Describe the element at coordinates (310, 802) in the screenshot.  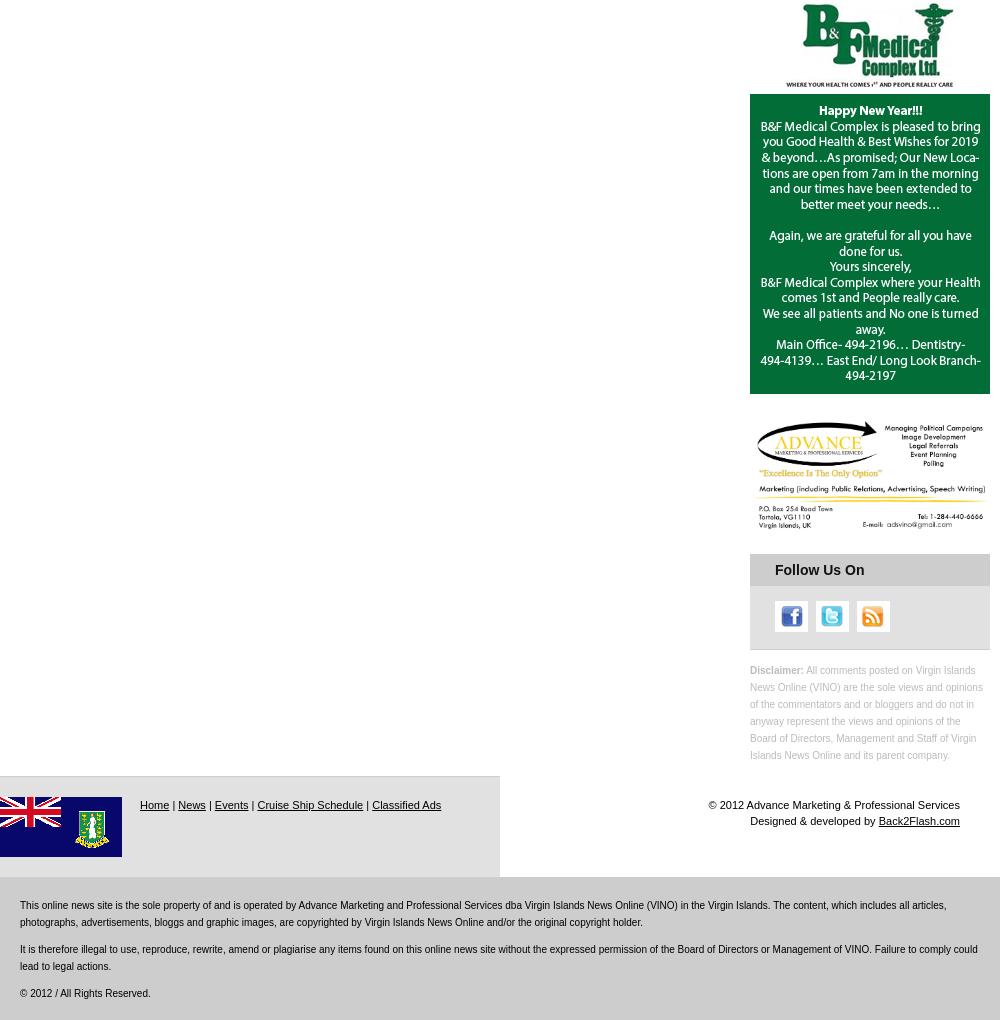
I see `'Cruise Ship Schedule'` at that location.